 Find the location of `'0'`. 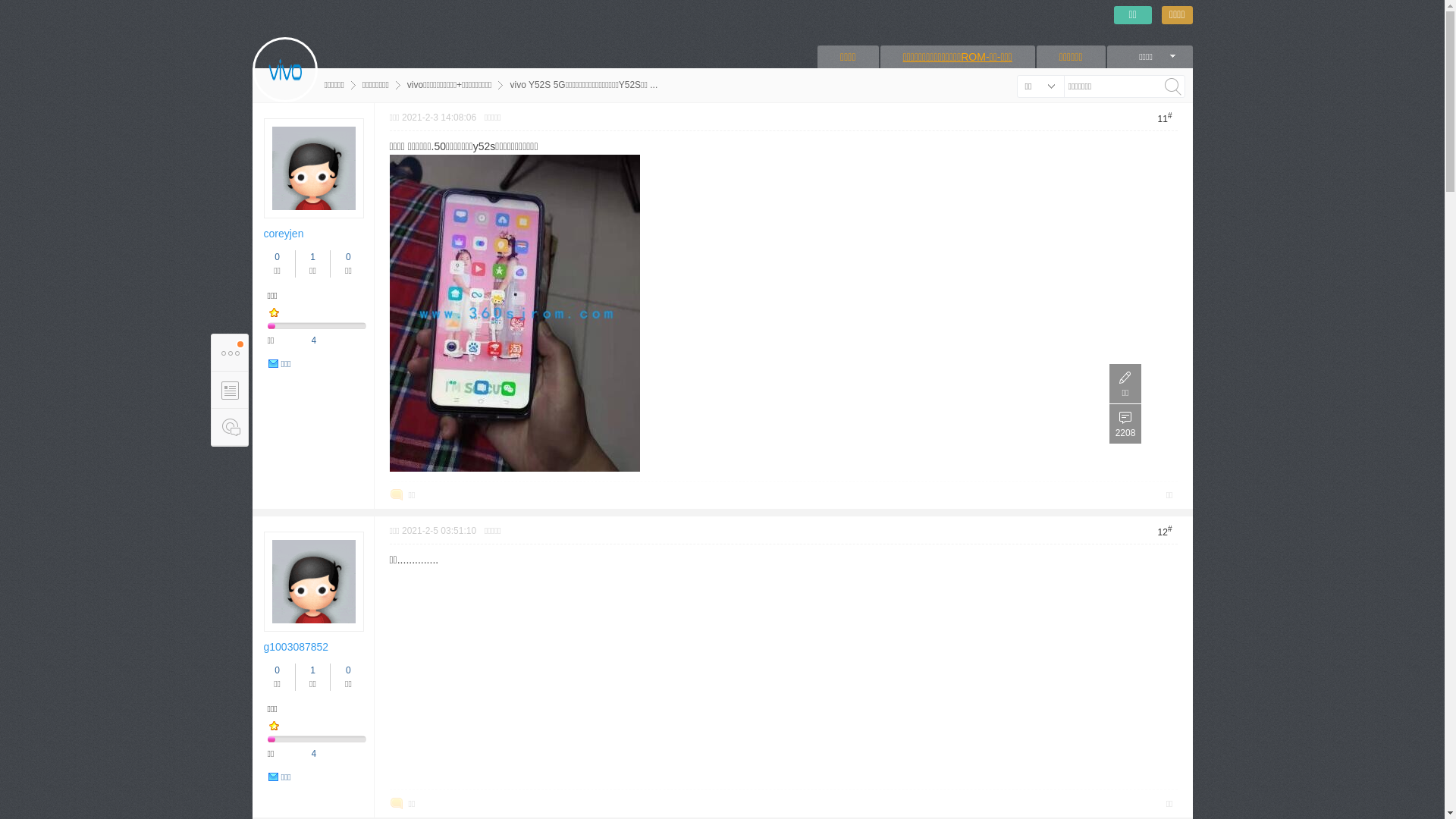

'0' is located at coordinates (277, 256).